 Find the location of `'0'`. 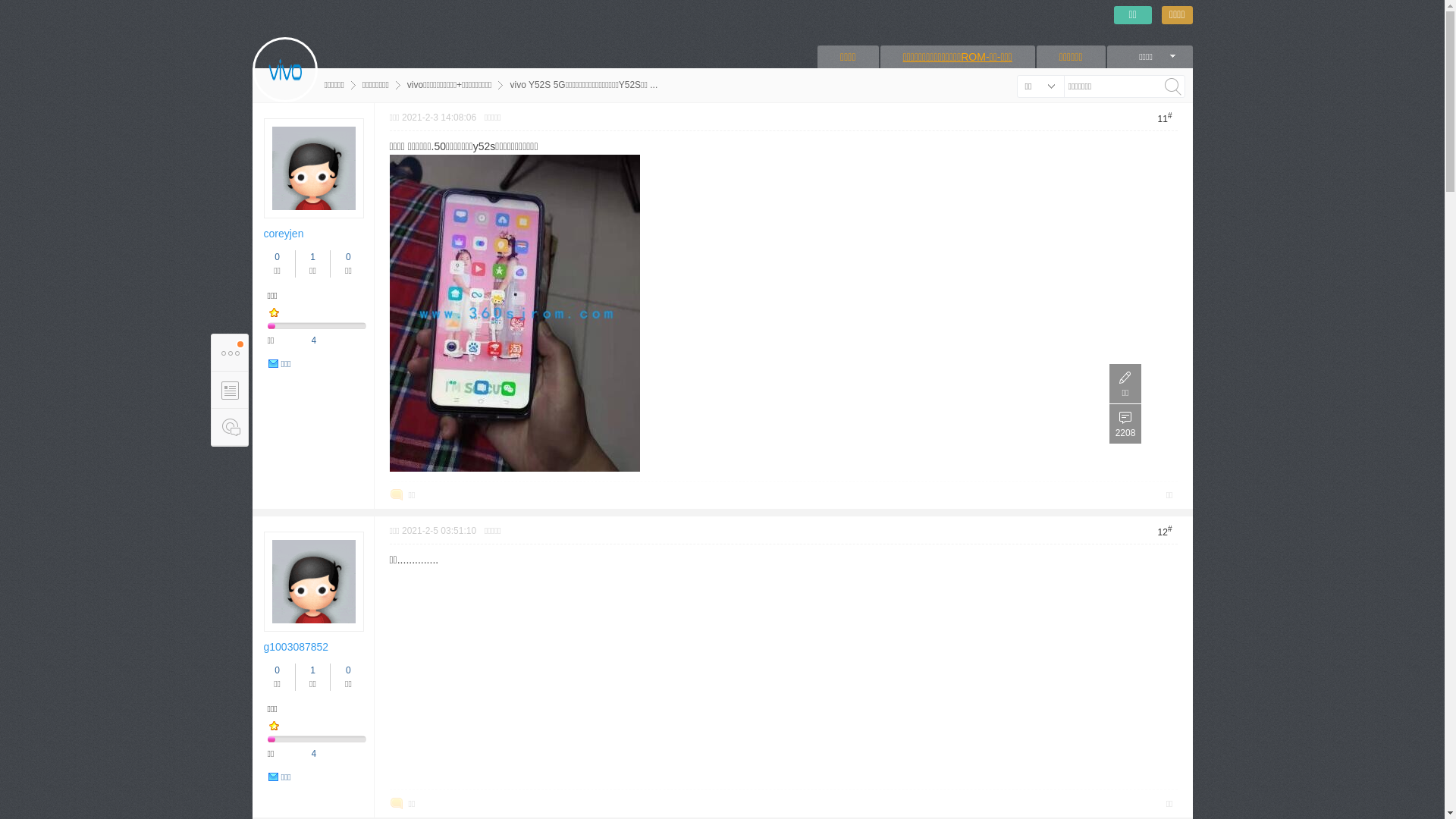

'0' is located at coordinates (277, 256).